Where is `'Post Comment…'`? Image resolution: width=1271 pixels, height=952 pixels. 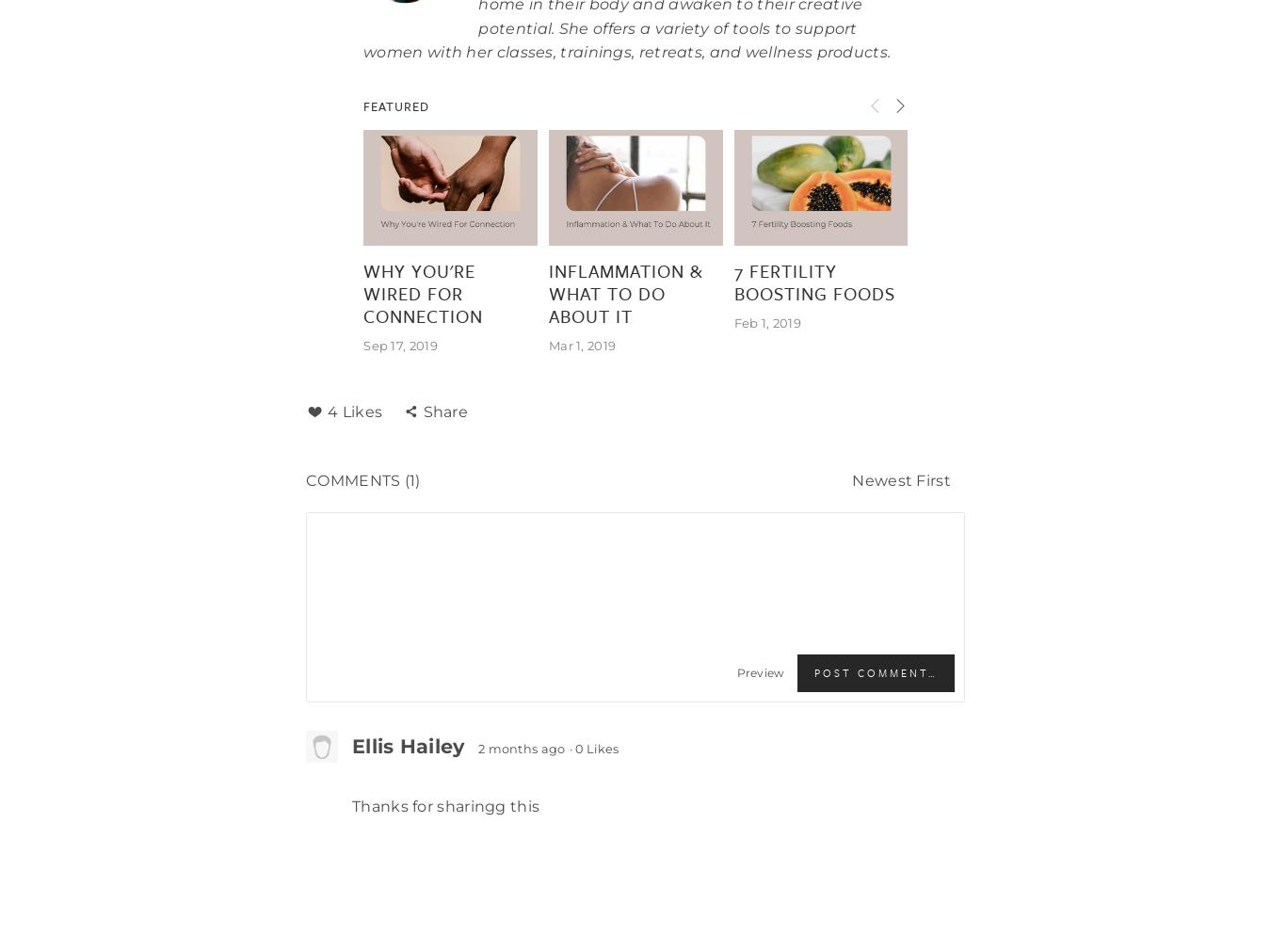
'Post Comment…' is located at coordinates (875, 670).